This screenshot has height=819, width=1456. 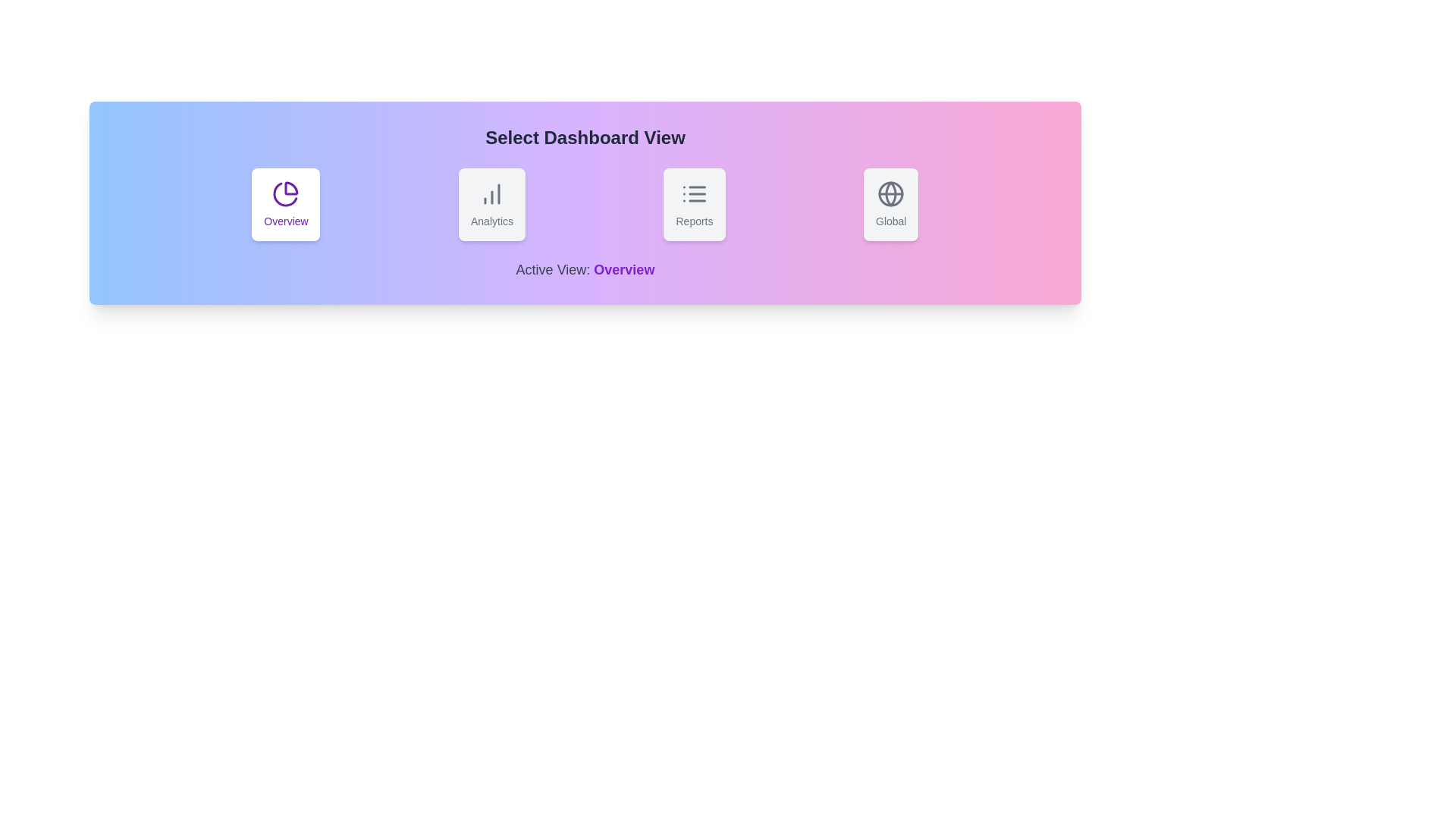 I want to click on the button labeled 'Global' to observe the hover effect, so click(x=891, y=205).